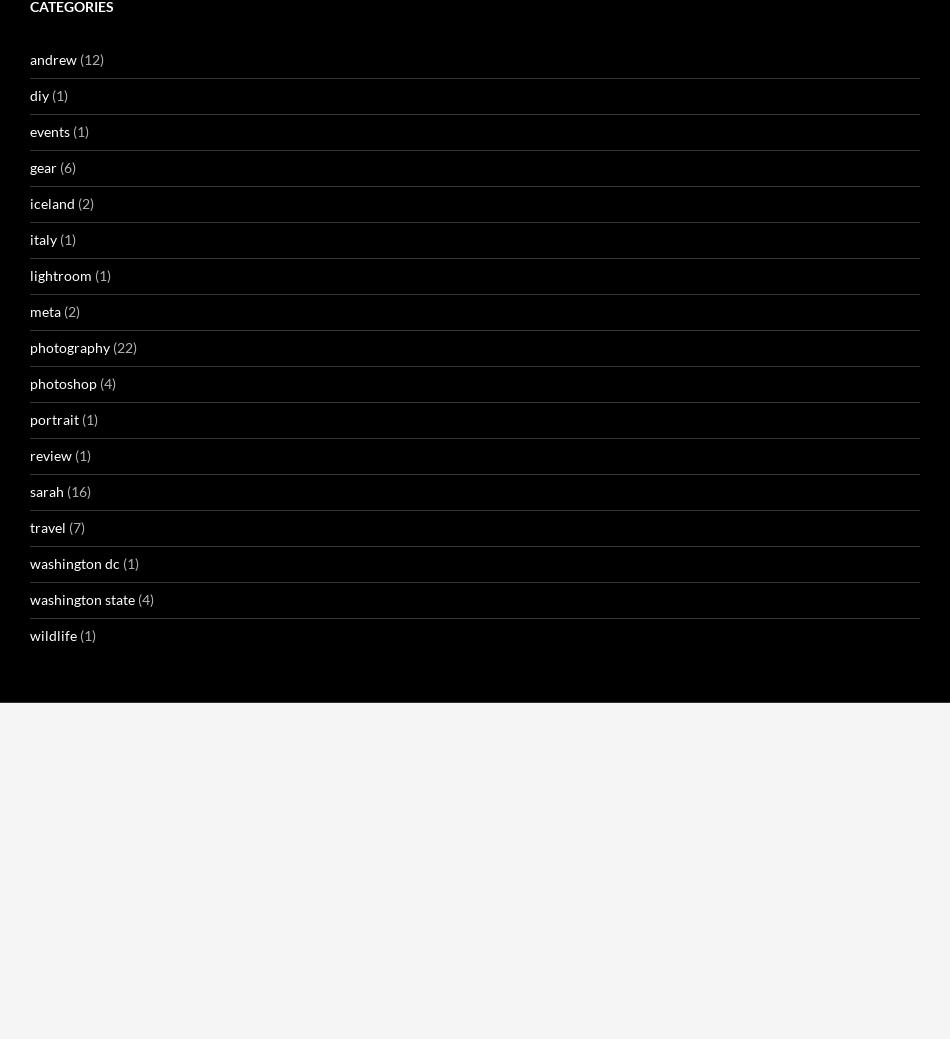 The height and width of the screenshot is (1039, 950). I want to click on 'washington dc', so click(434, 927).